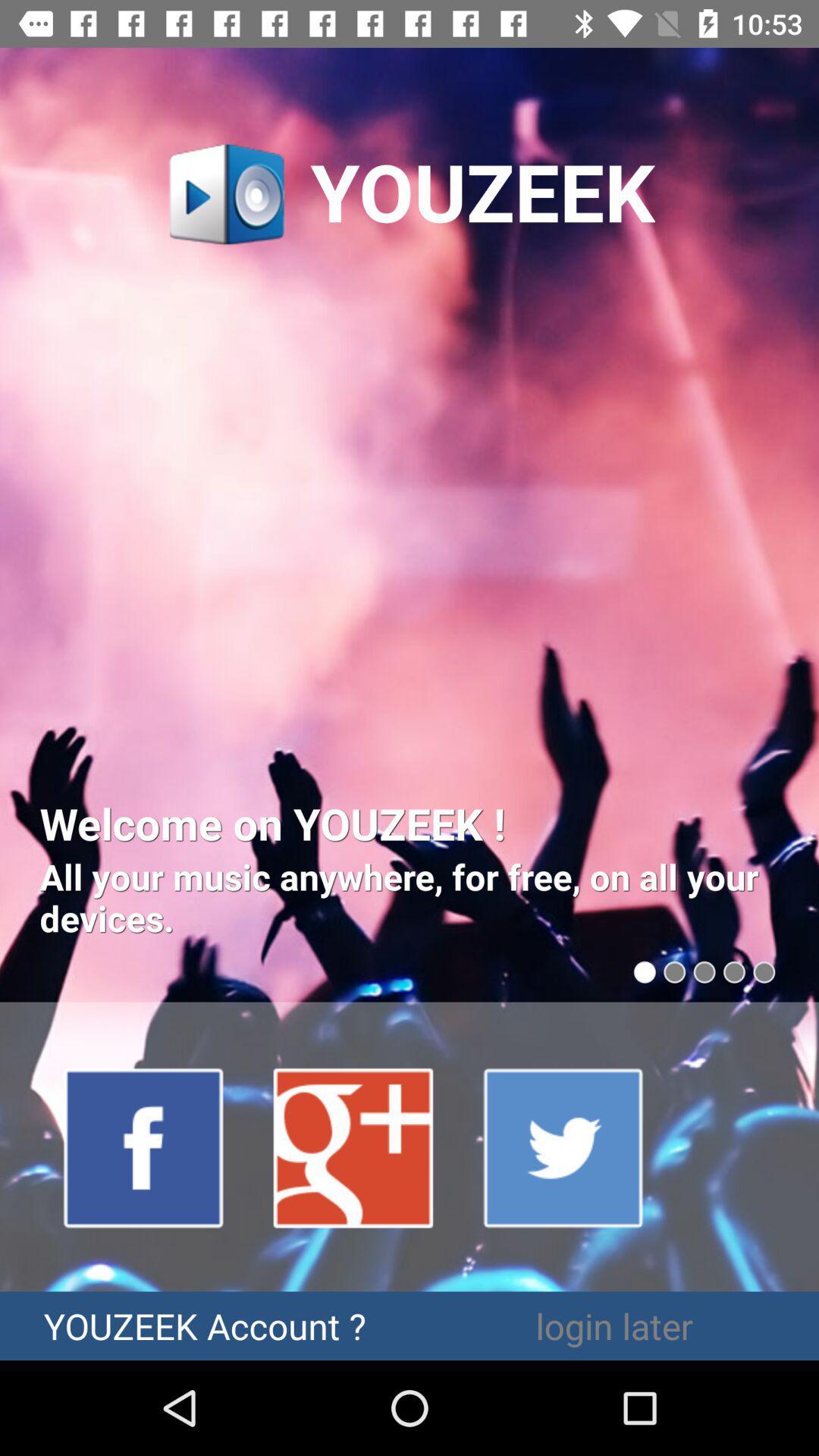 The height and width of the screenshot is (1456, 819). Describe the element at coordinates (614, 1325) in the screenshot. I see `the icon next to the youzeek account ?` at that location.